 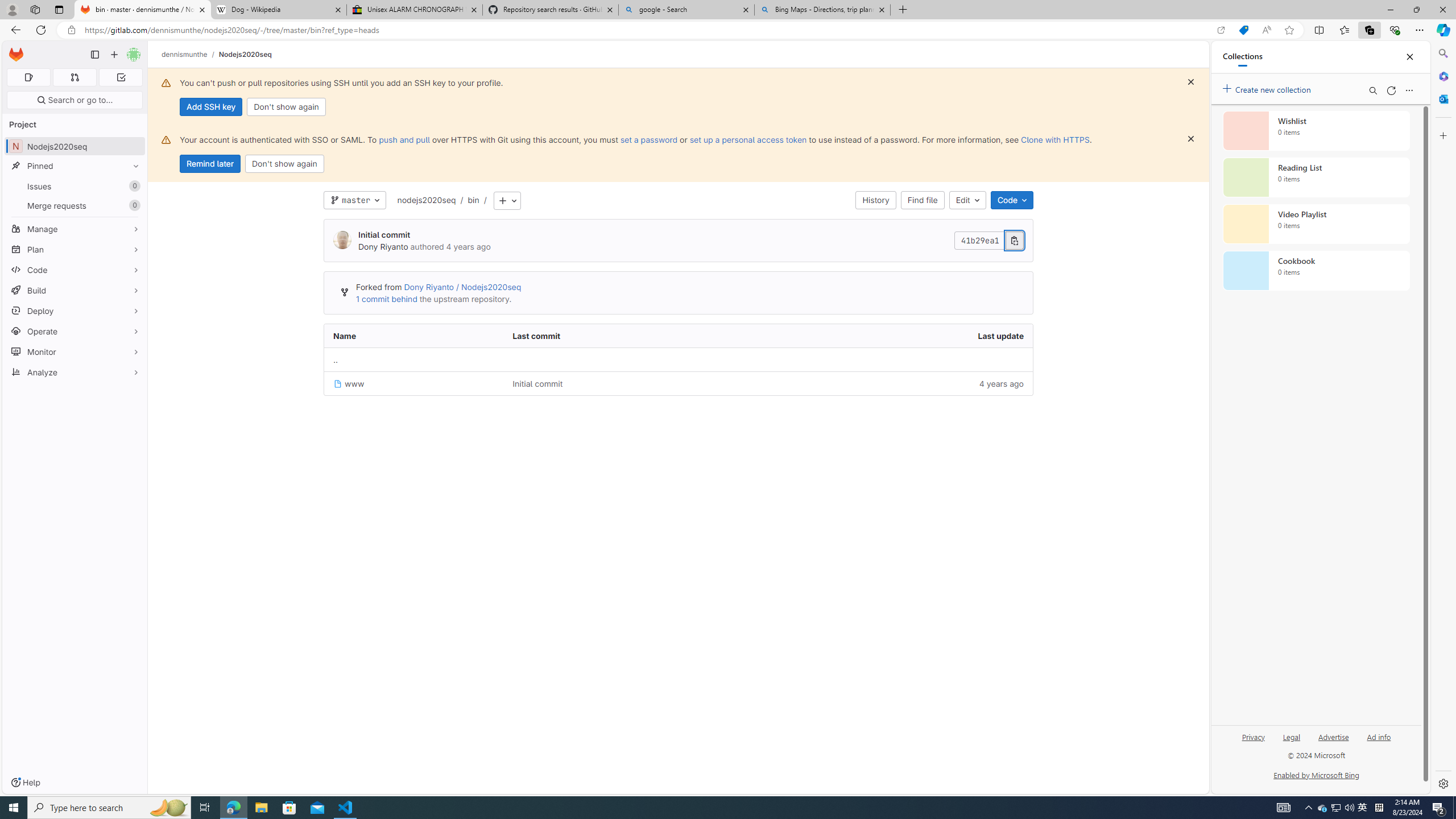 I want to click on 'www', so click(x=413, y=383).